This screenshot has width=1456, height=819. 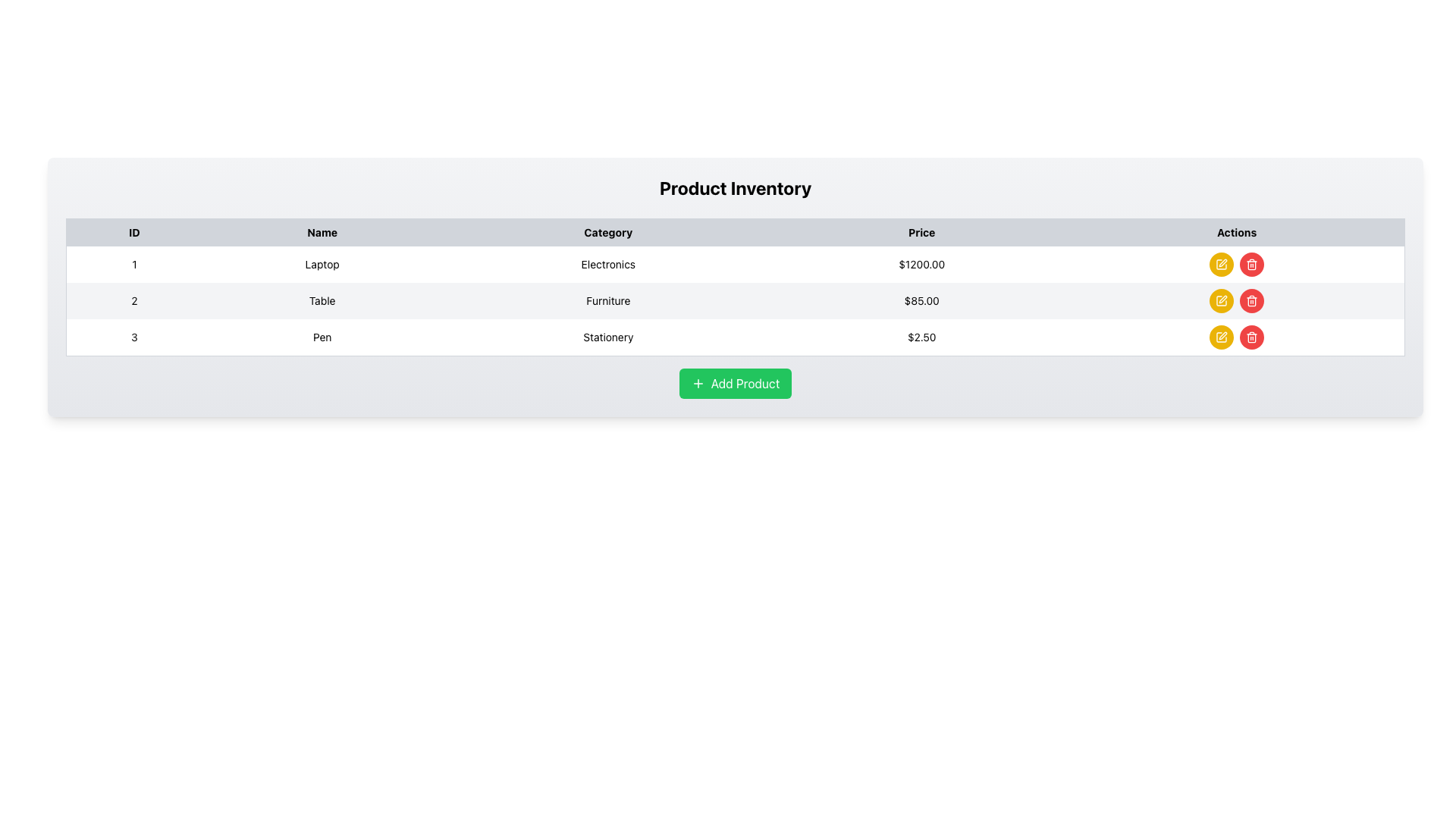 What do you see at coordinates (921, 232) in the screenshot?
I see `text of the Table Header Cell that indicates price-related data, located in the fourth position of the table header row` at bounding box center [921, 232].